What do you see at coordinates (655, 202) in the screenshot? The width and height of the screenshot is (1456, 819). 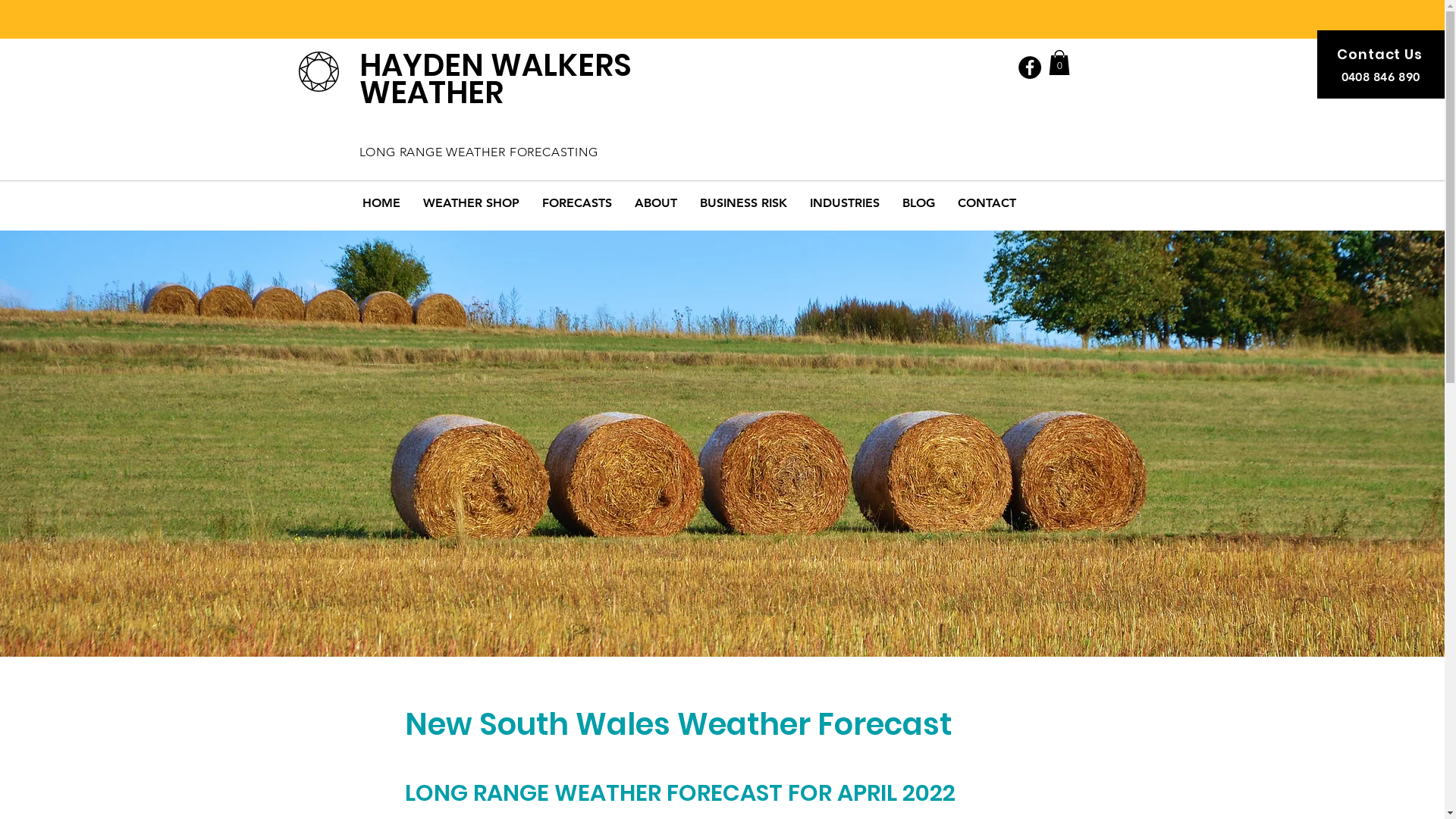 I see `'ABOUT'` at bounding box center [655, 202].